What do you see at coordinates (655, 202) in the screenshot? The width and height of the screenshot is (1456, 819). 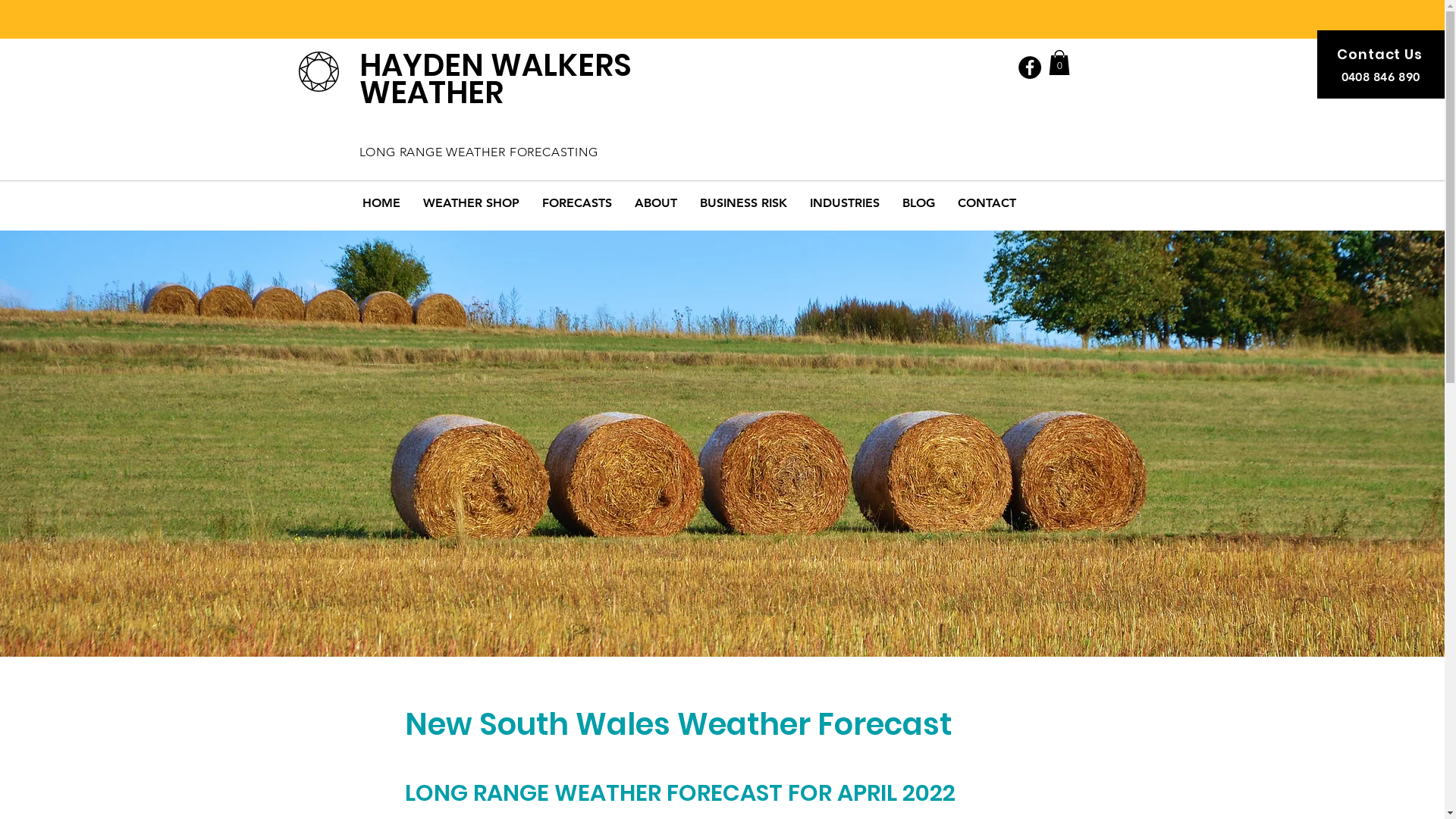 I see `'ABOUT'` at bounding box center [655, 202].